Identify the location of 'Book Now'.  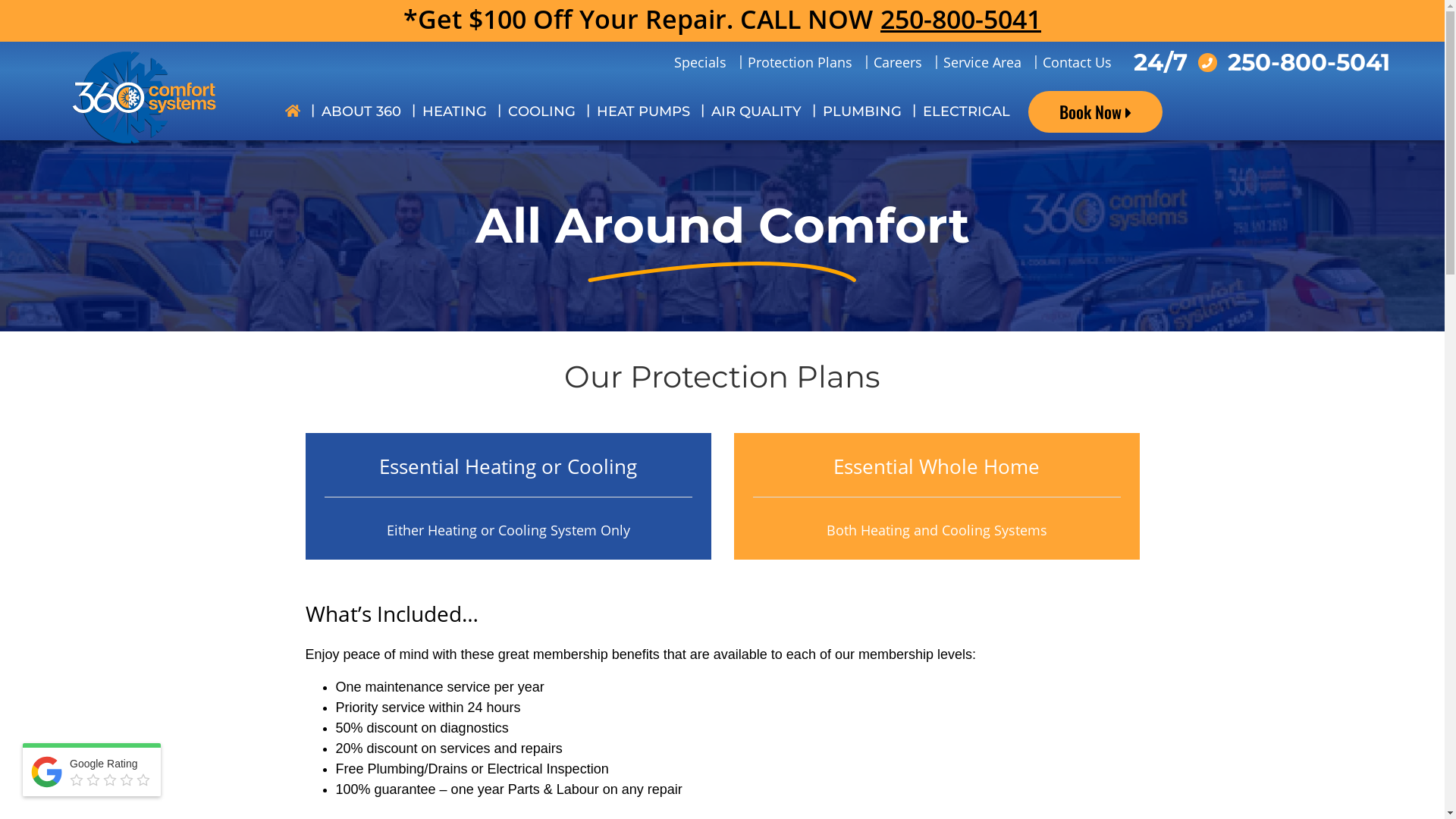
(1095, 111).